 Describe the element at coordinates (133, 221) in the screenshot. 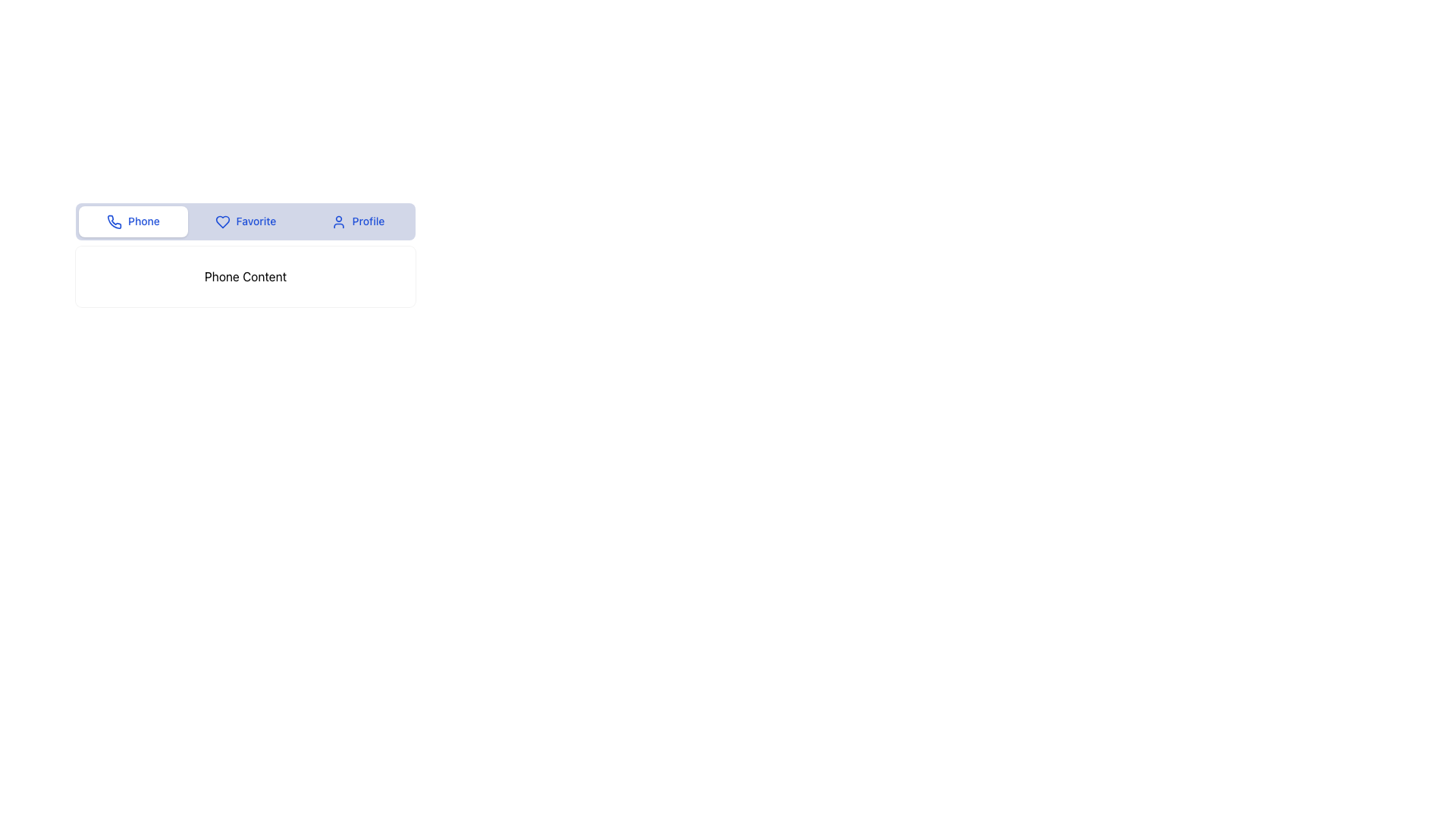

I see `the 'Phone' tab button, which is the leftmost tab in a horizontal list of three tabs, featuring a blue phone icon and the text 'Phone' in blue` at that location.